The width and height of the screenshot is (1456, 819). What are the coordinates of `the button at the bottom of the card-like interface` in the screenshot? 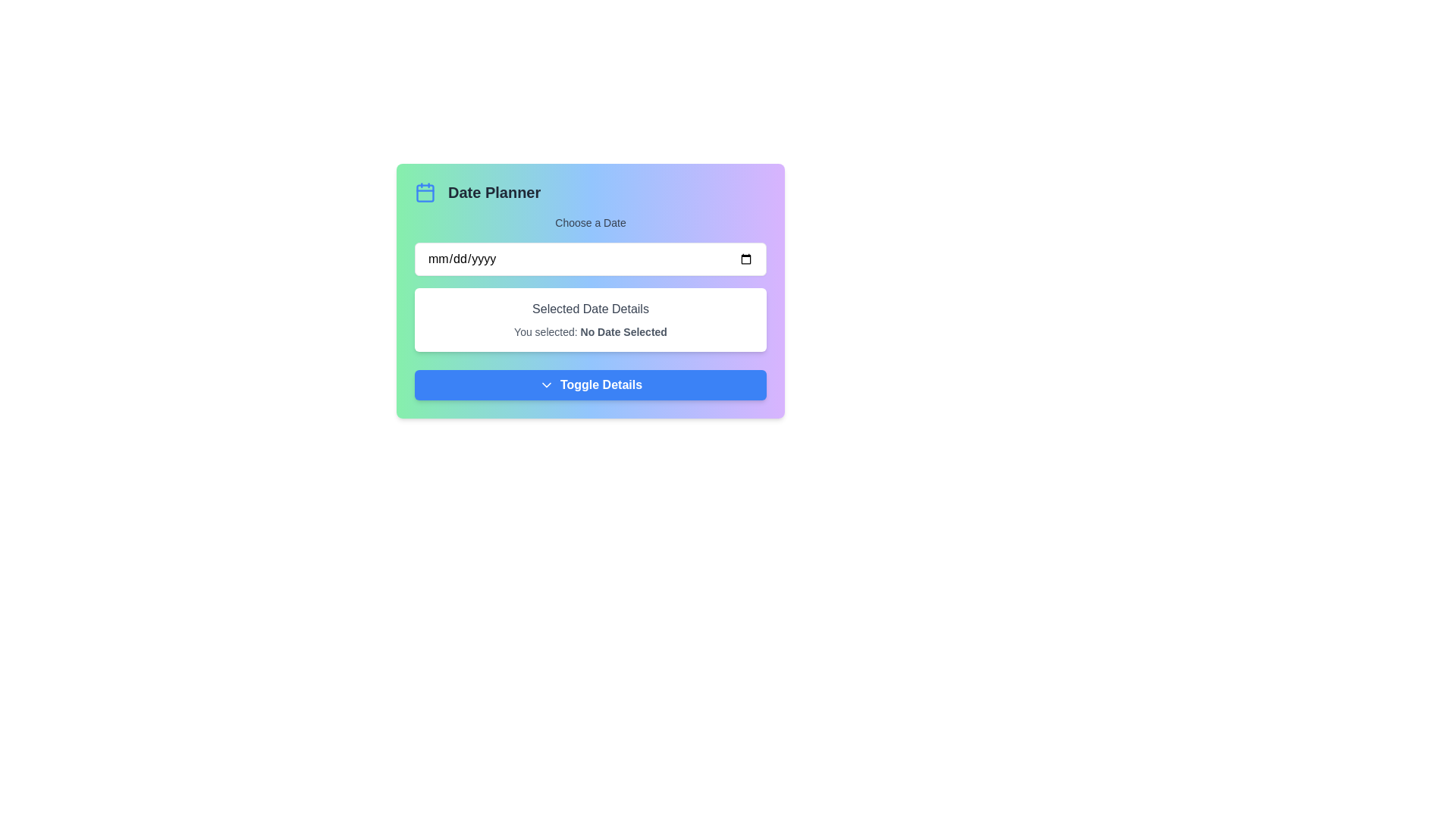 It's located at (589, 384).